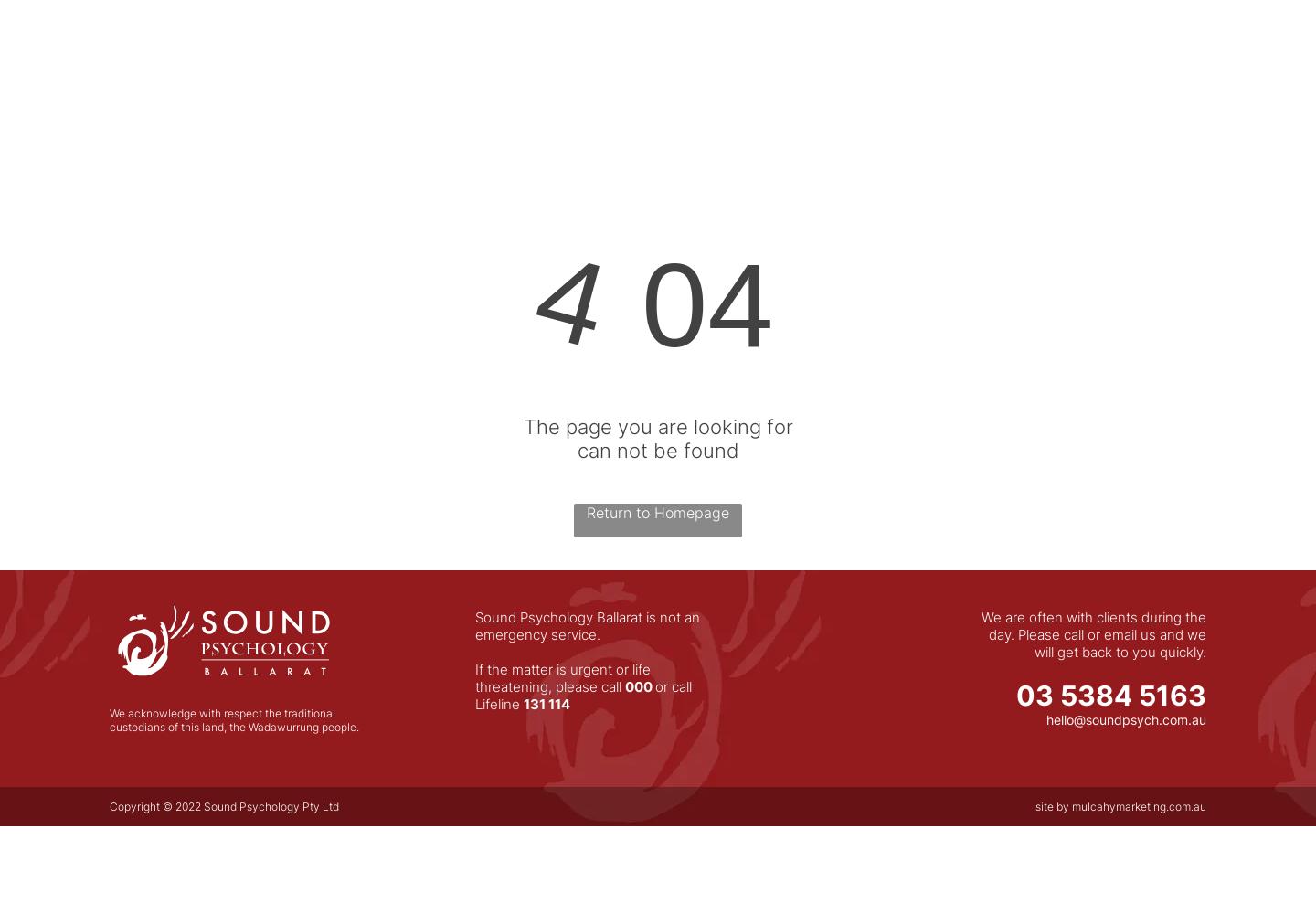  What do you see at coordinates (233, 727) in the screenshot?
I see `'custodians of this land, the Wadawurrung people.'` at bounding box center [233, 727].